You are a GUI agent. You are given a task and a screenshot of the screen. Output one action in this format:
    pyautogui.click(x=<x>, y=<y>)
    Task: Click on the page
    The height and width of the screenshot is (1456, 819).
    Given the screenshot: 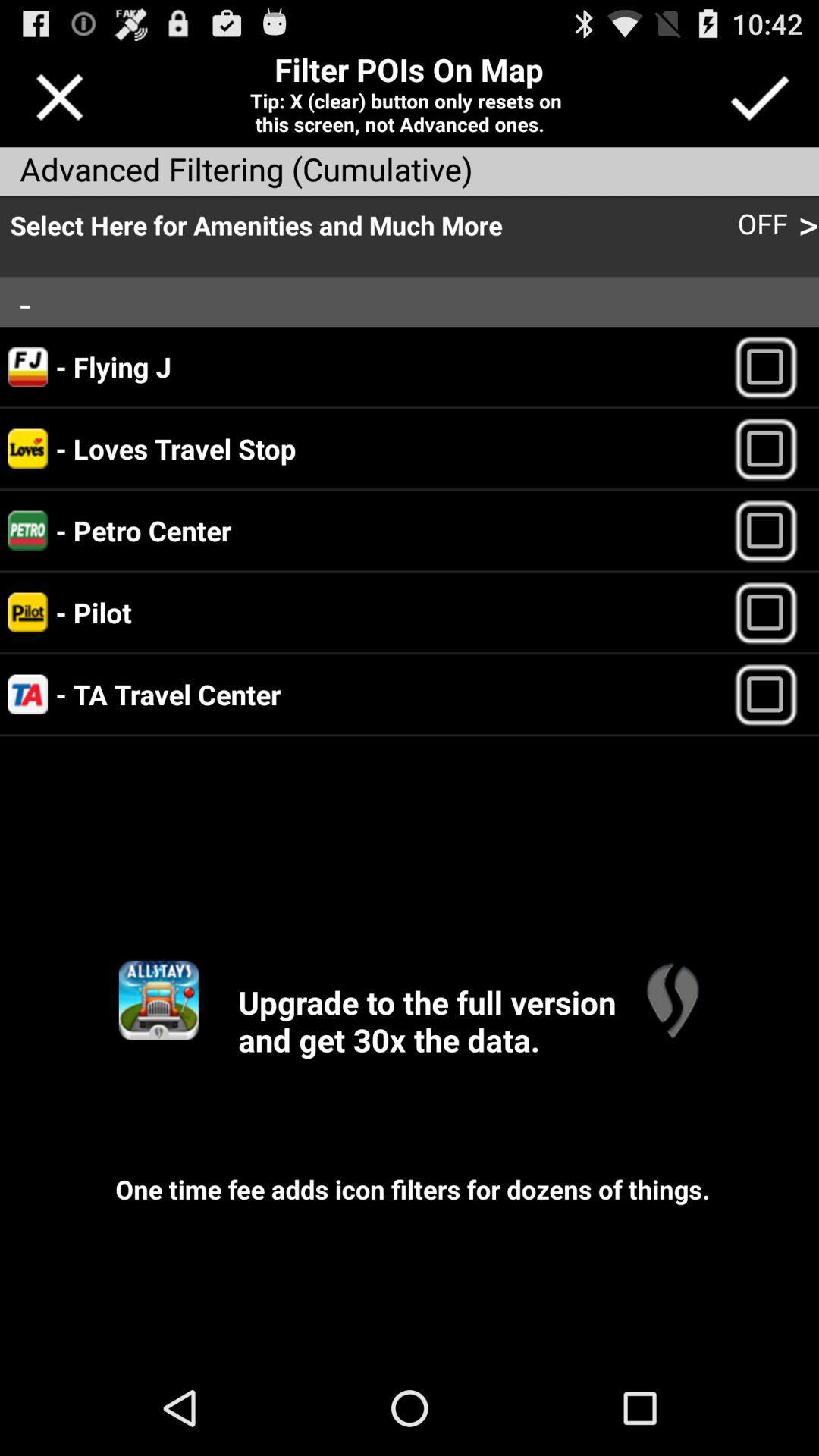 What is the action you would take?
    pyautogui.click(x=58, y=96)
    